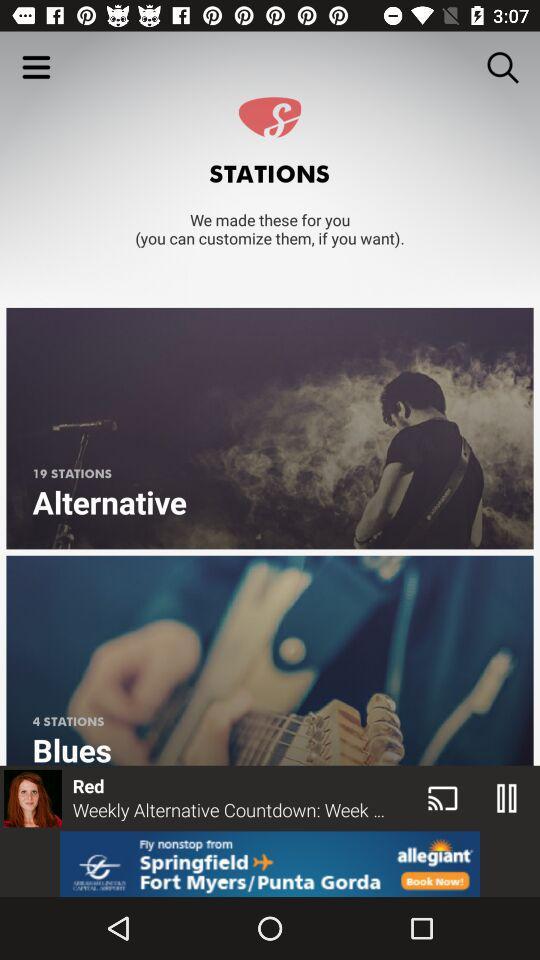 The image size is (540, 960). Describe the element at coordinates (507, 798) in the screenshot. I see `the pause icon` at that location.